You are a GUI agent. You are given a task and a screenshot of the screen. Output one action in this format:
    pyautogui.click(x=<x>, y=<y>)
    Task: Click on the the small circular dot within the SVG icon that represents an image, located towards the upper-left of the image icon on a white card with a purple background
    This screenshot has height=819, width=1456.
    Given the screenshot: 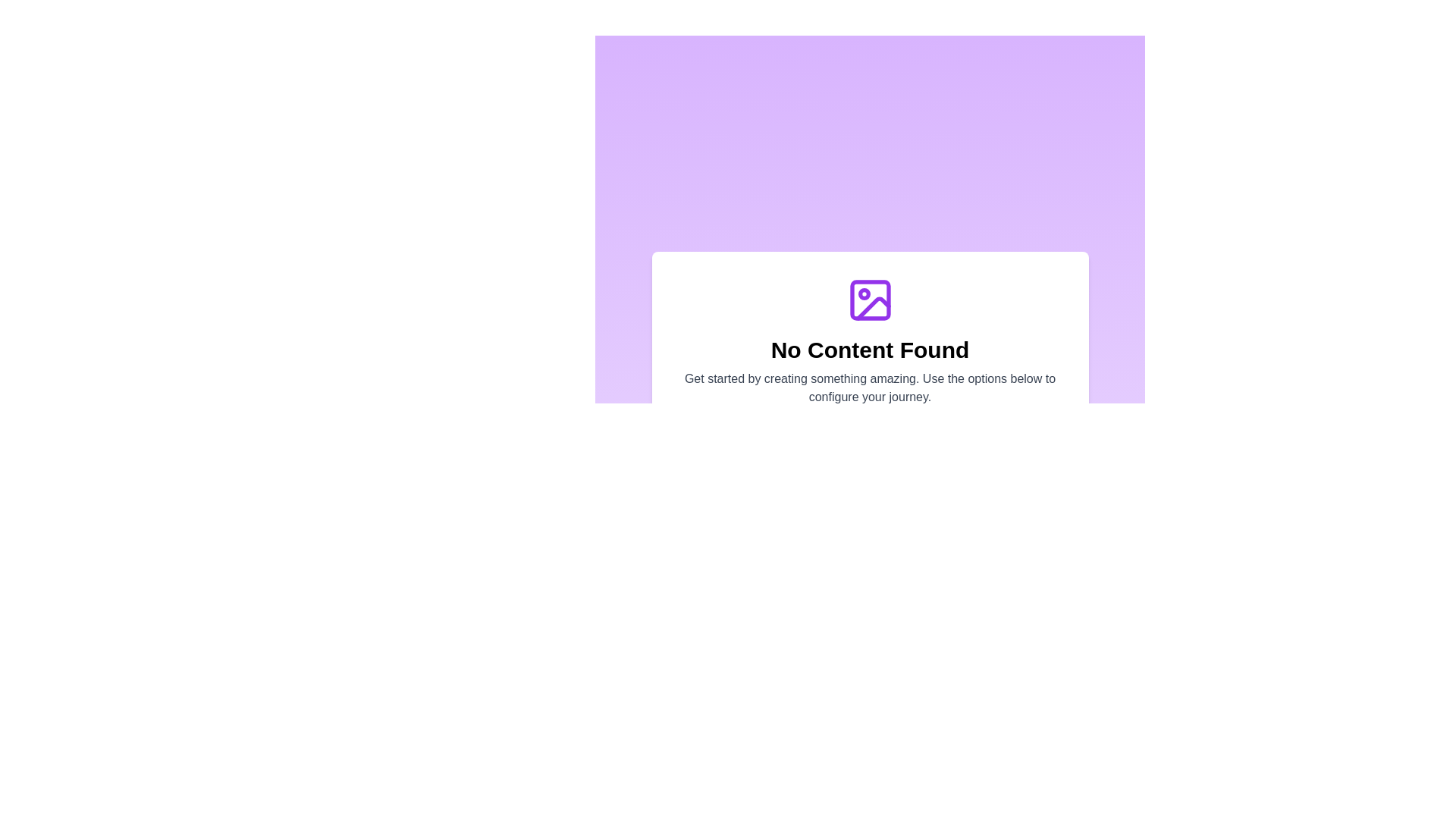 What is the action you would take?
    pyautogui.click(x=864, y=294)
    